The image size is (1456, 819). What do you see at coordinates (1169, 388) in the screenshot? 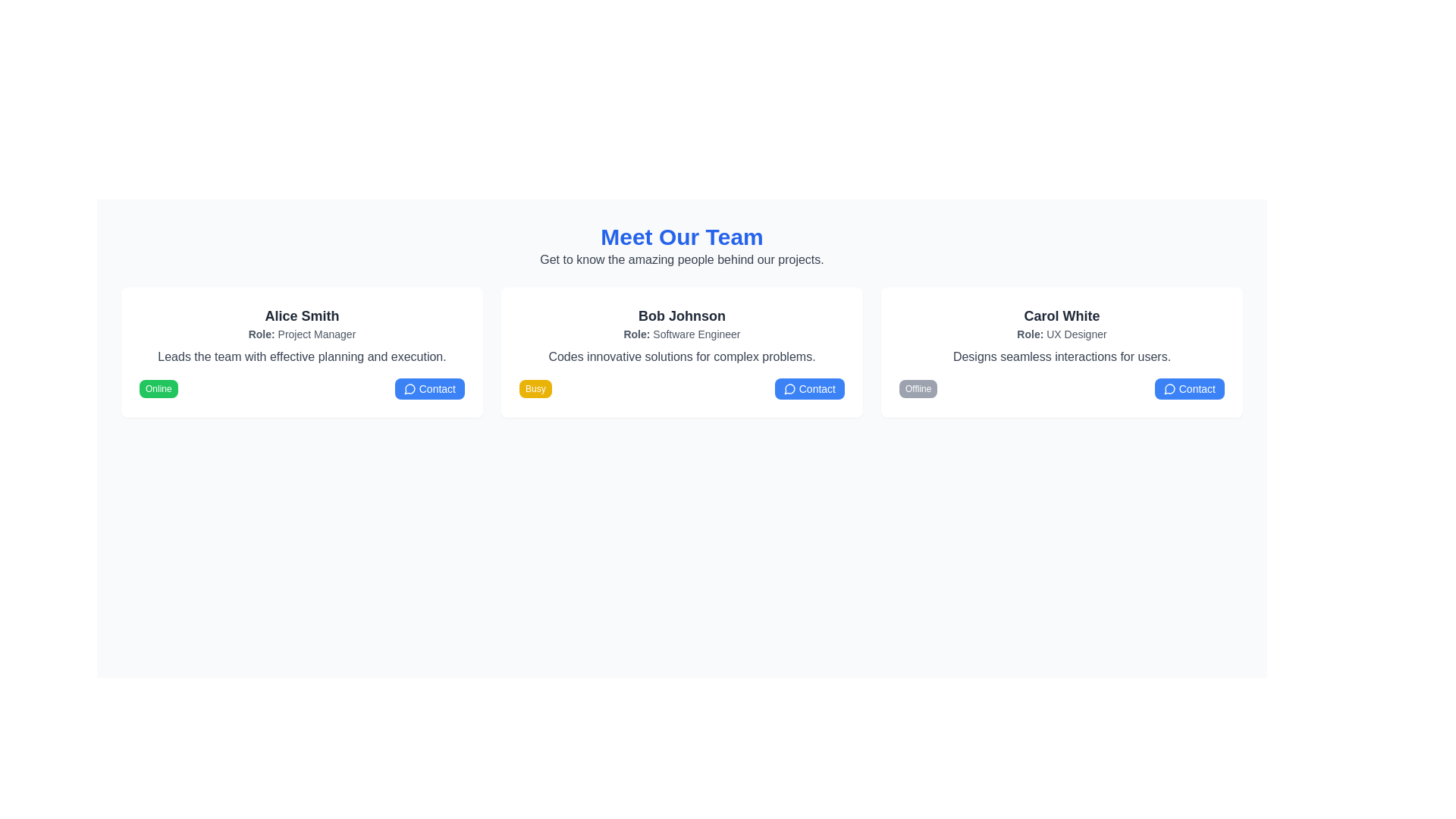
I see `the icon within the 'Contact' button, which is the third button in the horizontal group below the 'Carol White' card in the team member section` at bounding box center [1169, 388].